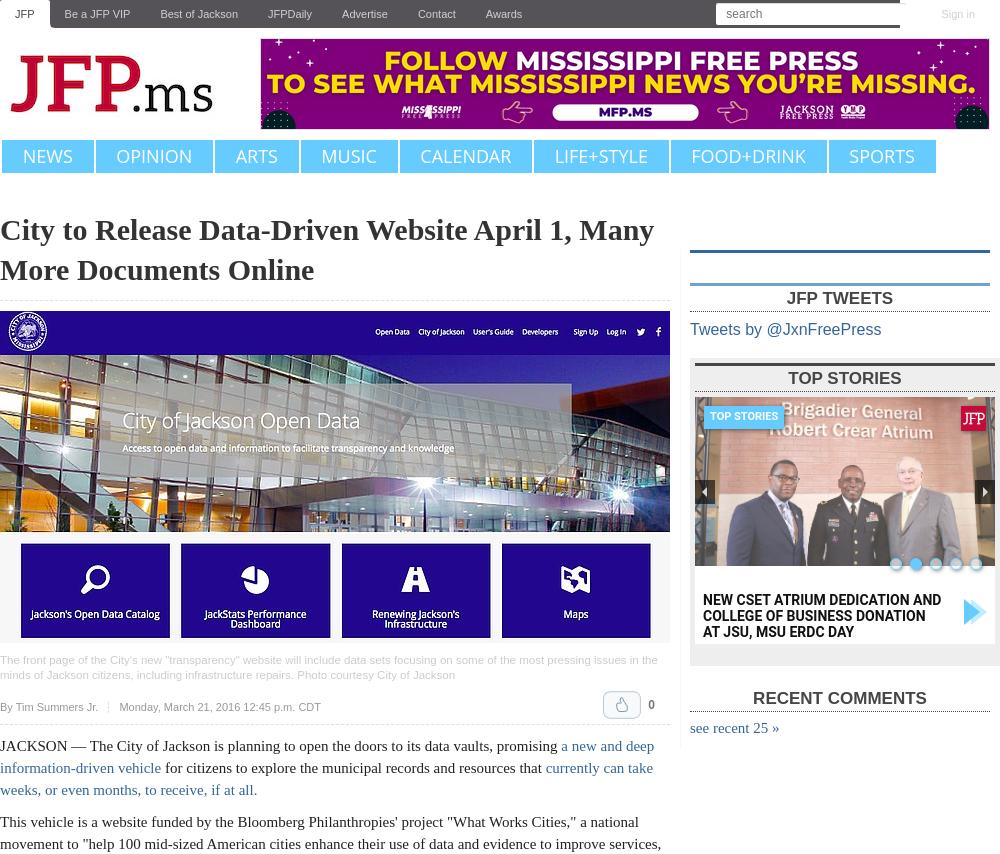  I want to click on 'Calendar', so click(464, 156).